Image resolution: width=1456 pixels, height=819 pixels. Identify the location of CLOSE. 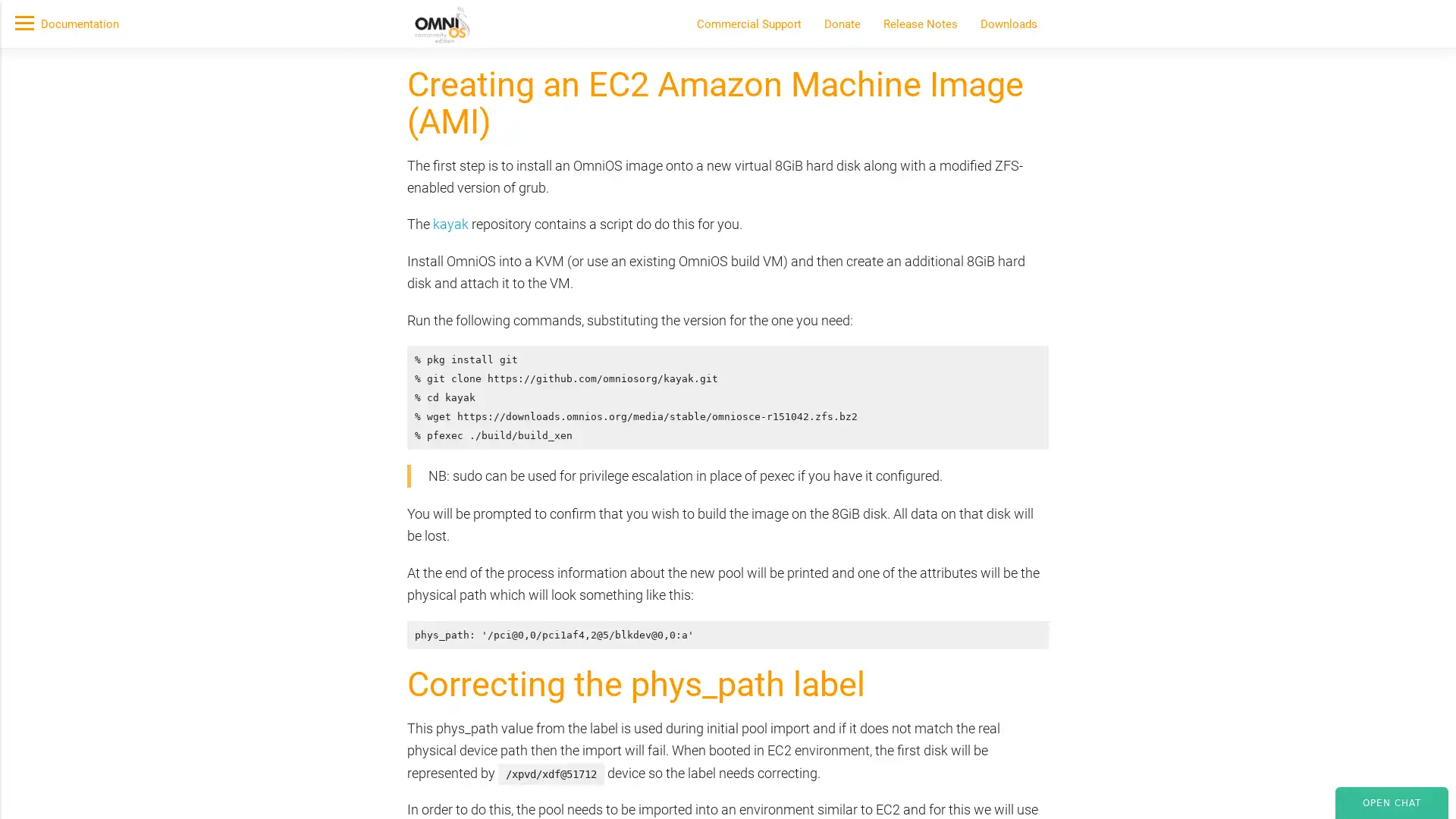
(1083, 225).